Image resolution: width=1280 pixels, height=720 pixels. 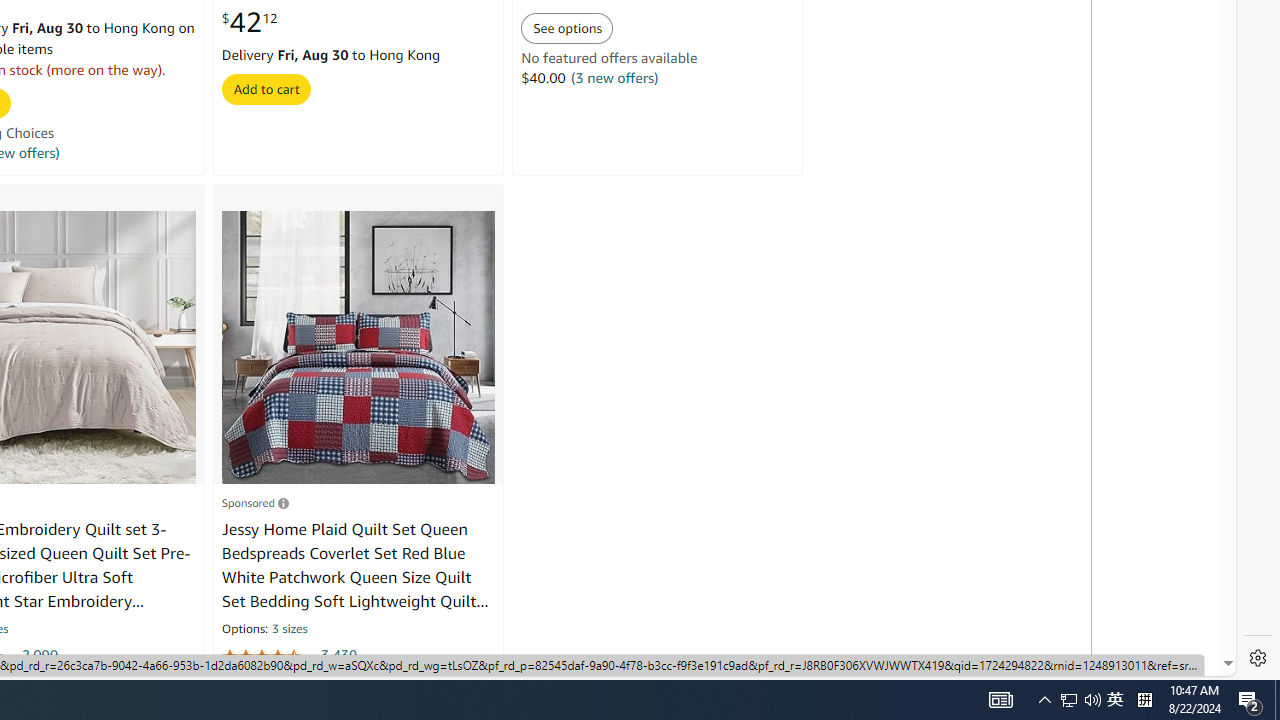 What do you see at coordinates (288, 630) in the screenshot?
I see `'3 sizes'` at bounding box center [288, 630].